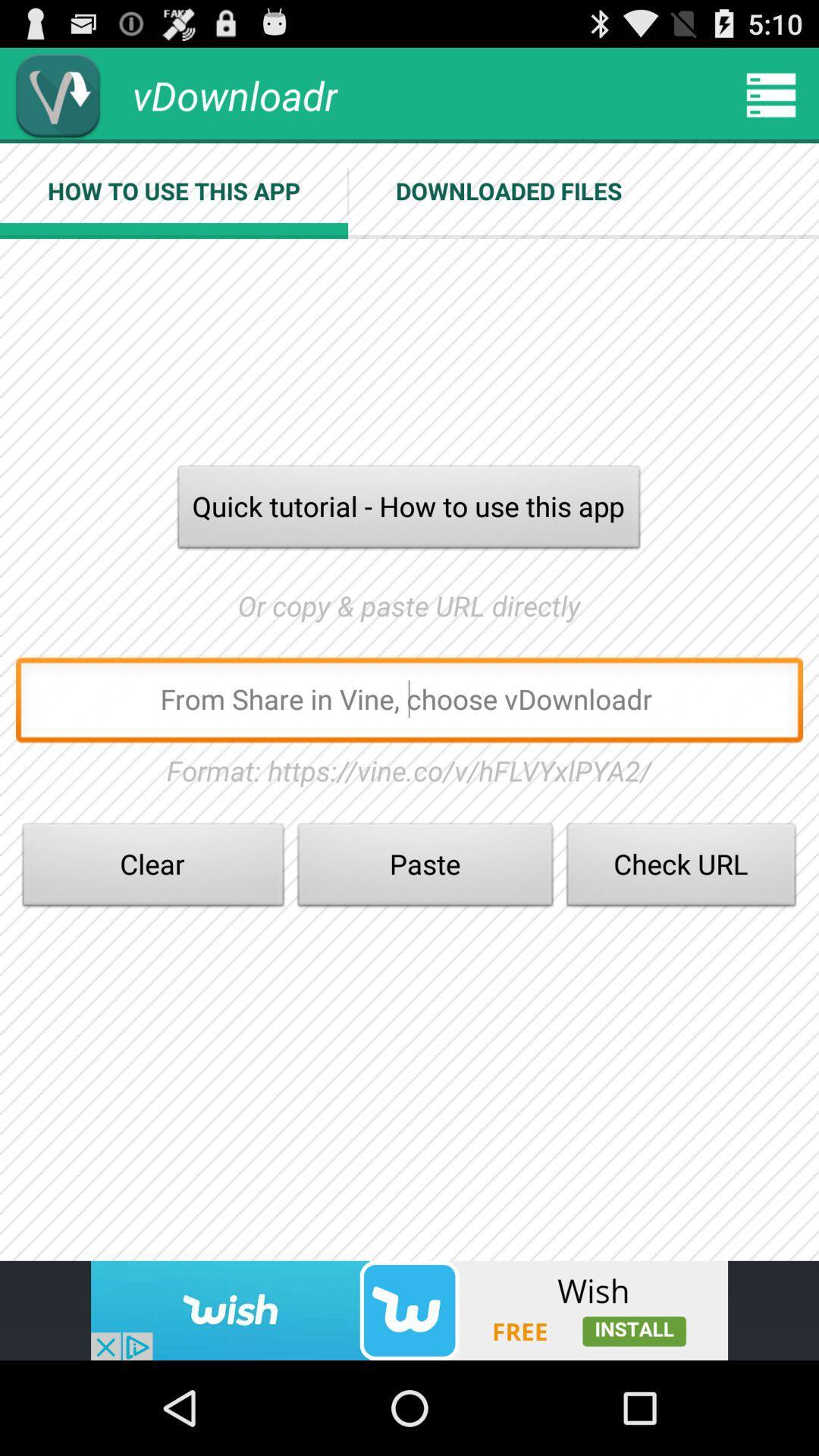 The height and width of the screenshot is (1456, 819). What do you see at coordinates (771, 94) in the screenshot?
I see `navigation menu` at bounding box center [771, 94].